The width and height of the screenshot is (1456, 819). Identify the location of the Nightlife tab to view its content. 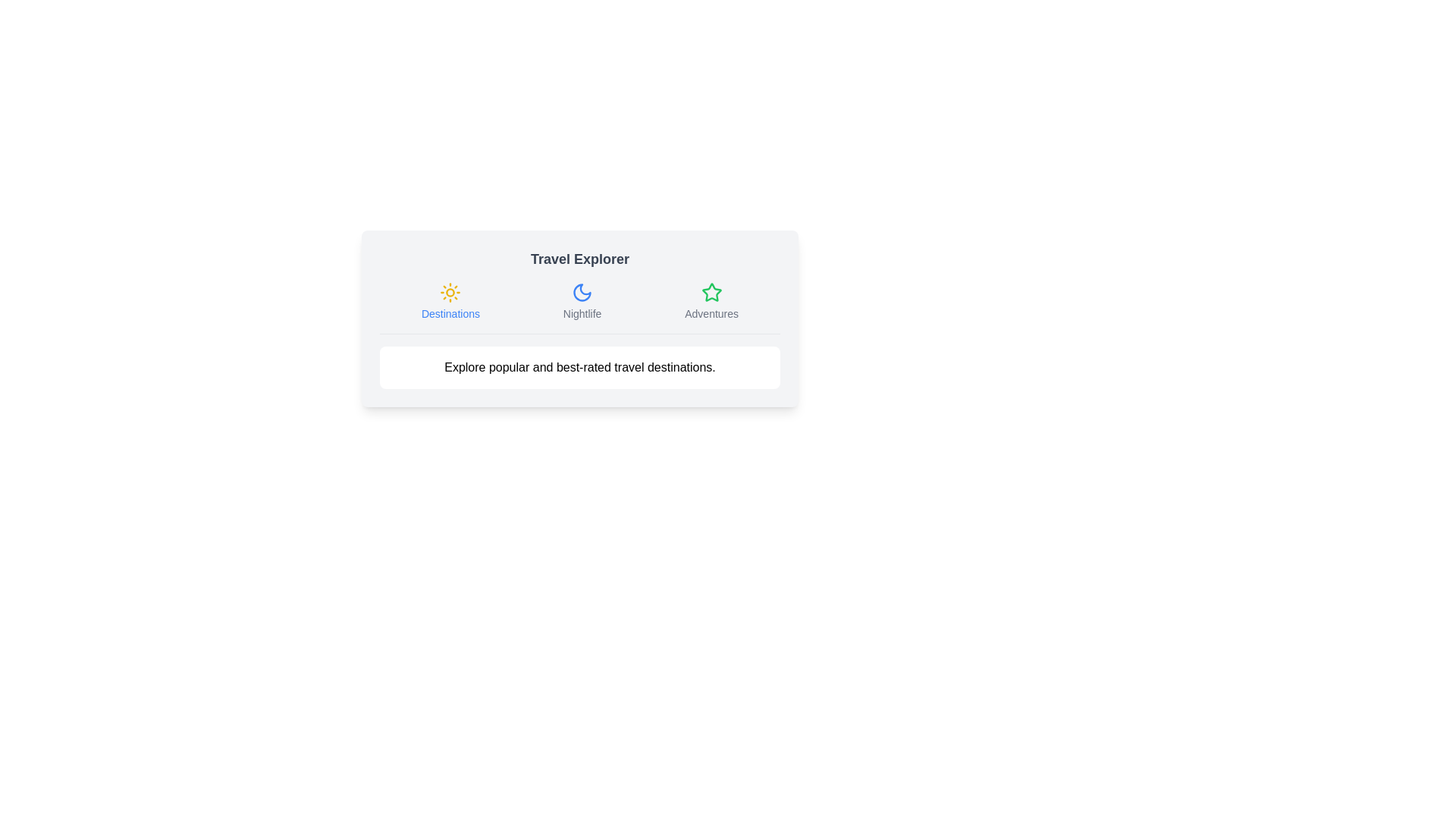
(582, 301).